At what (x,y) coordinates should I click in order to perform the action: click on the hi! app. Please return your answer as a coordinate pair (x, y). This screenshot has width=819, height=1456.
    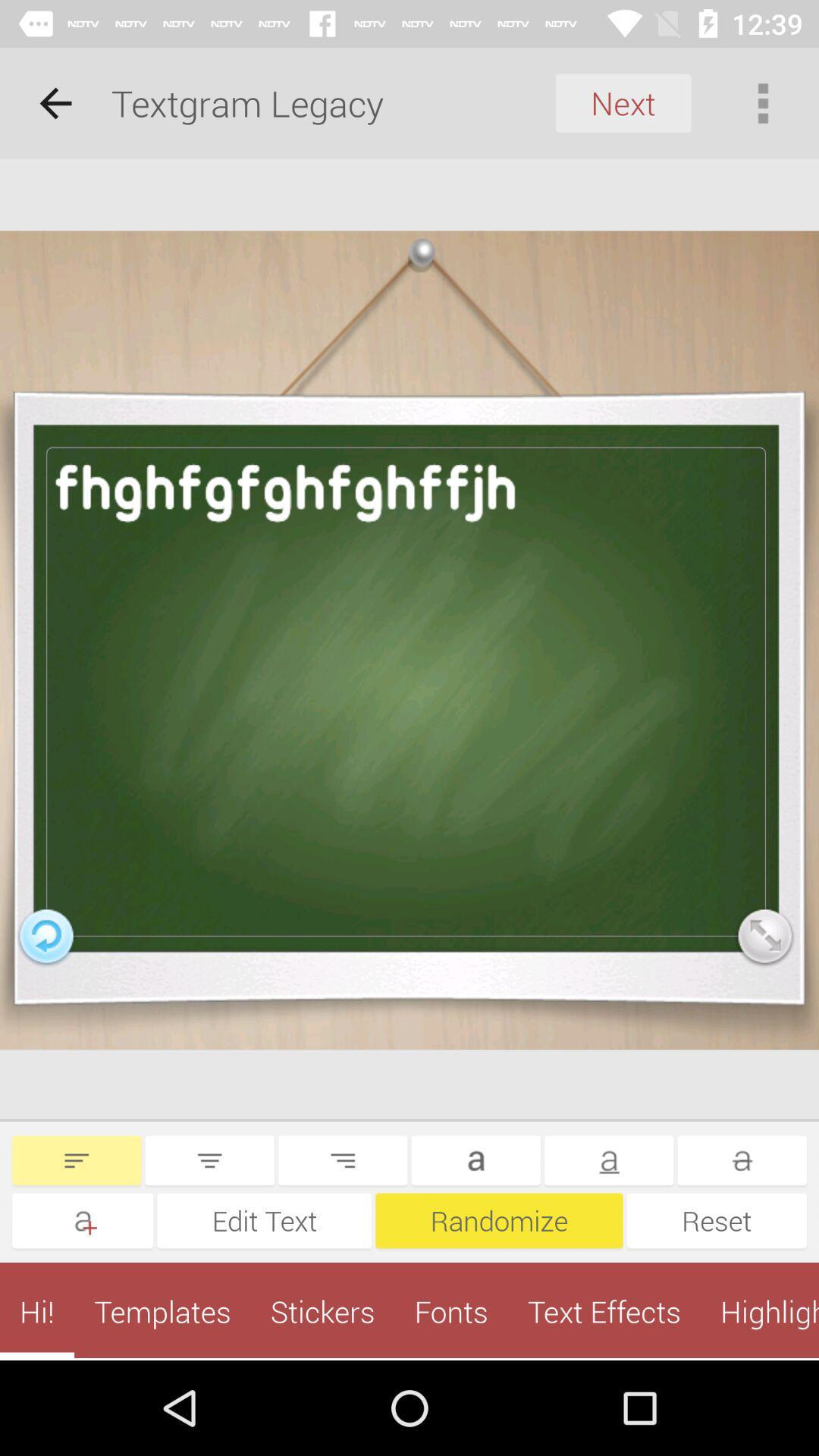
    Looking at the image, I should click on (36, 1310).